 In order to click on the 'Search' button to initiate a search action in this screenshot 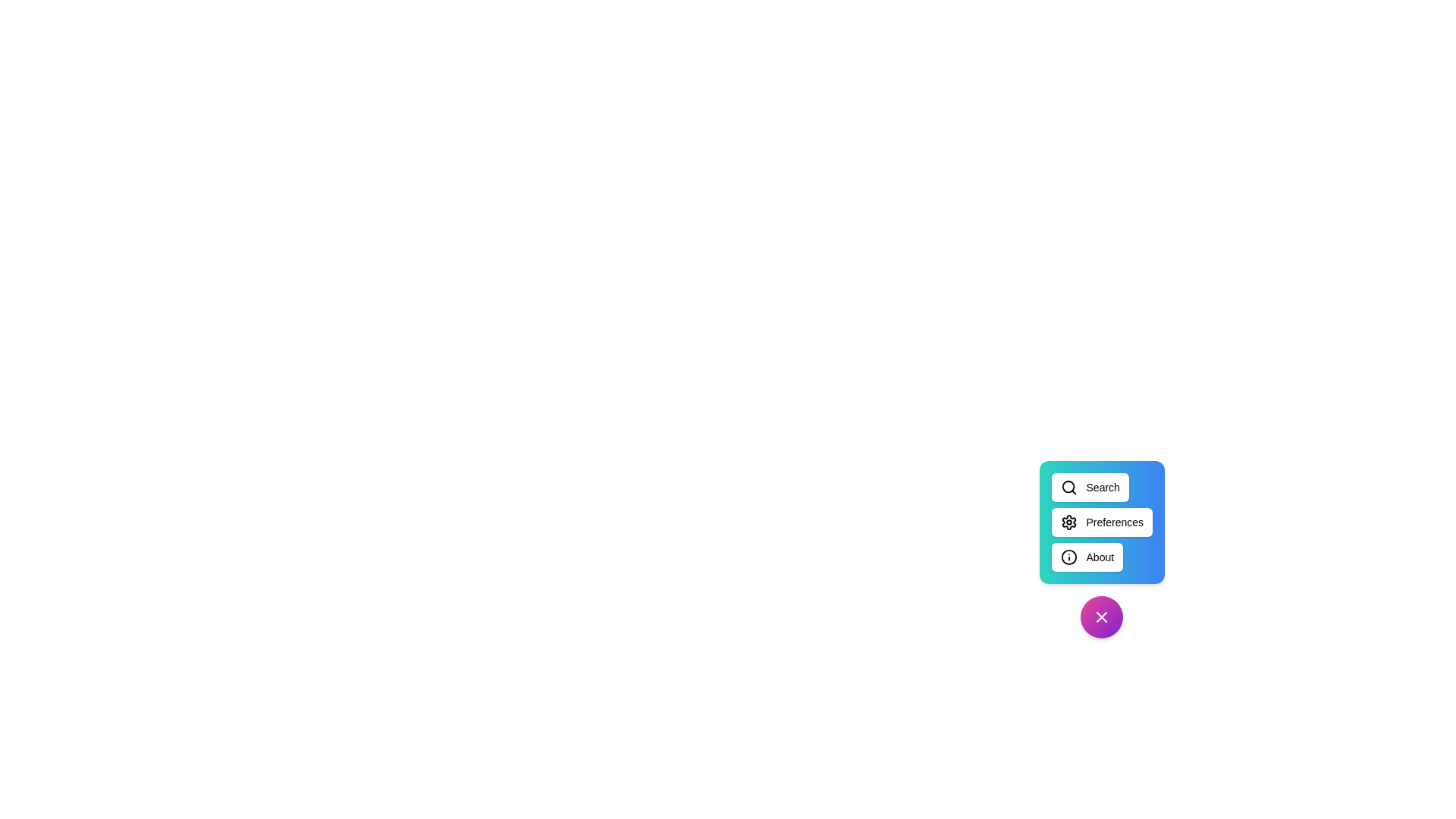, I will do `click(1089, 488)`.